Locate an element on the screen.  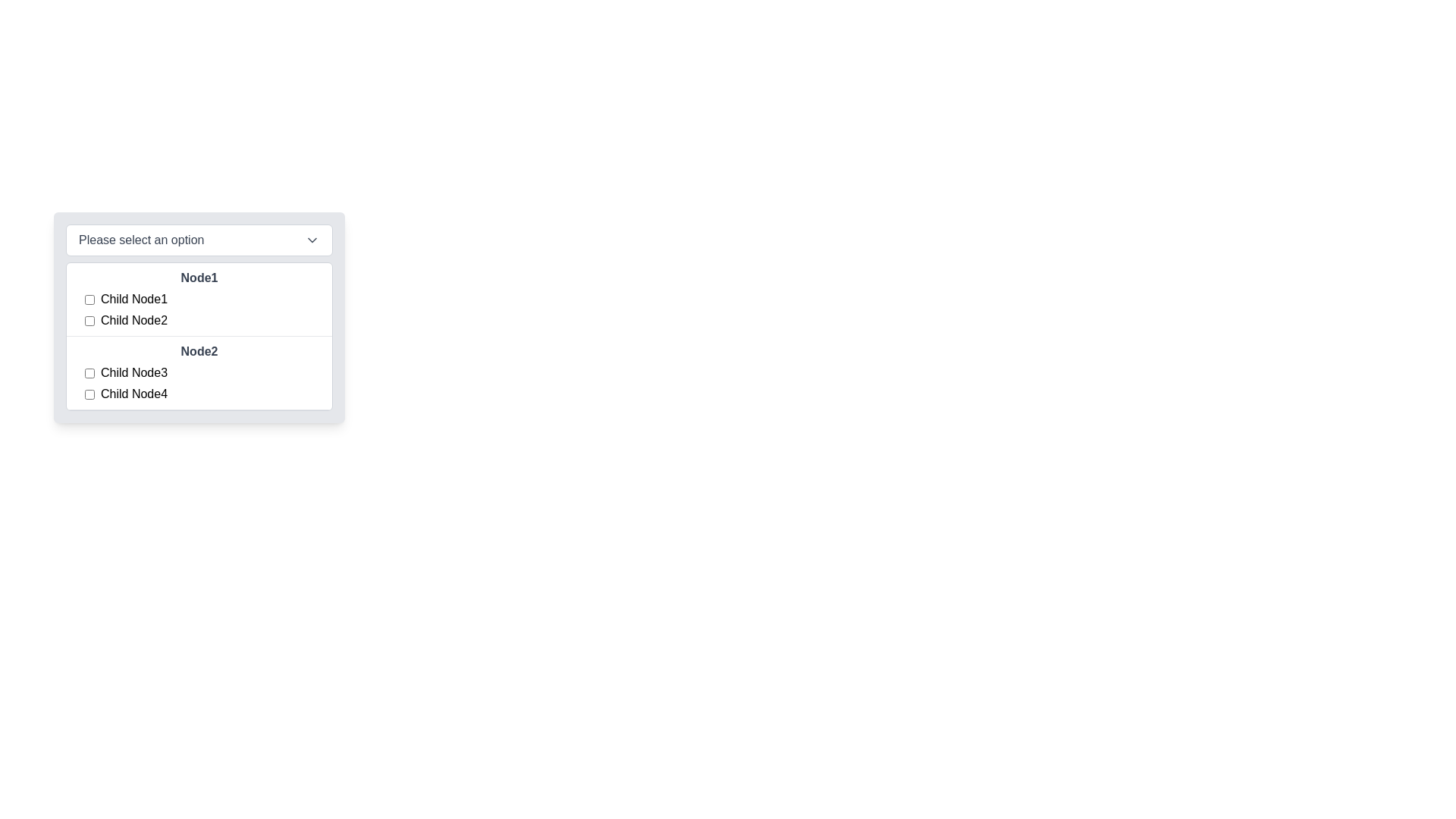
the dropdown menu with a white background that prompts 'Please select an option' is located at coordinates (199, 239).